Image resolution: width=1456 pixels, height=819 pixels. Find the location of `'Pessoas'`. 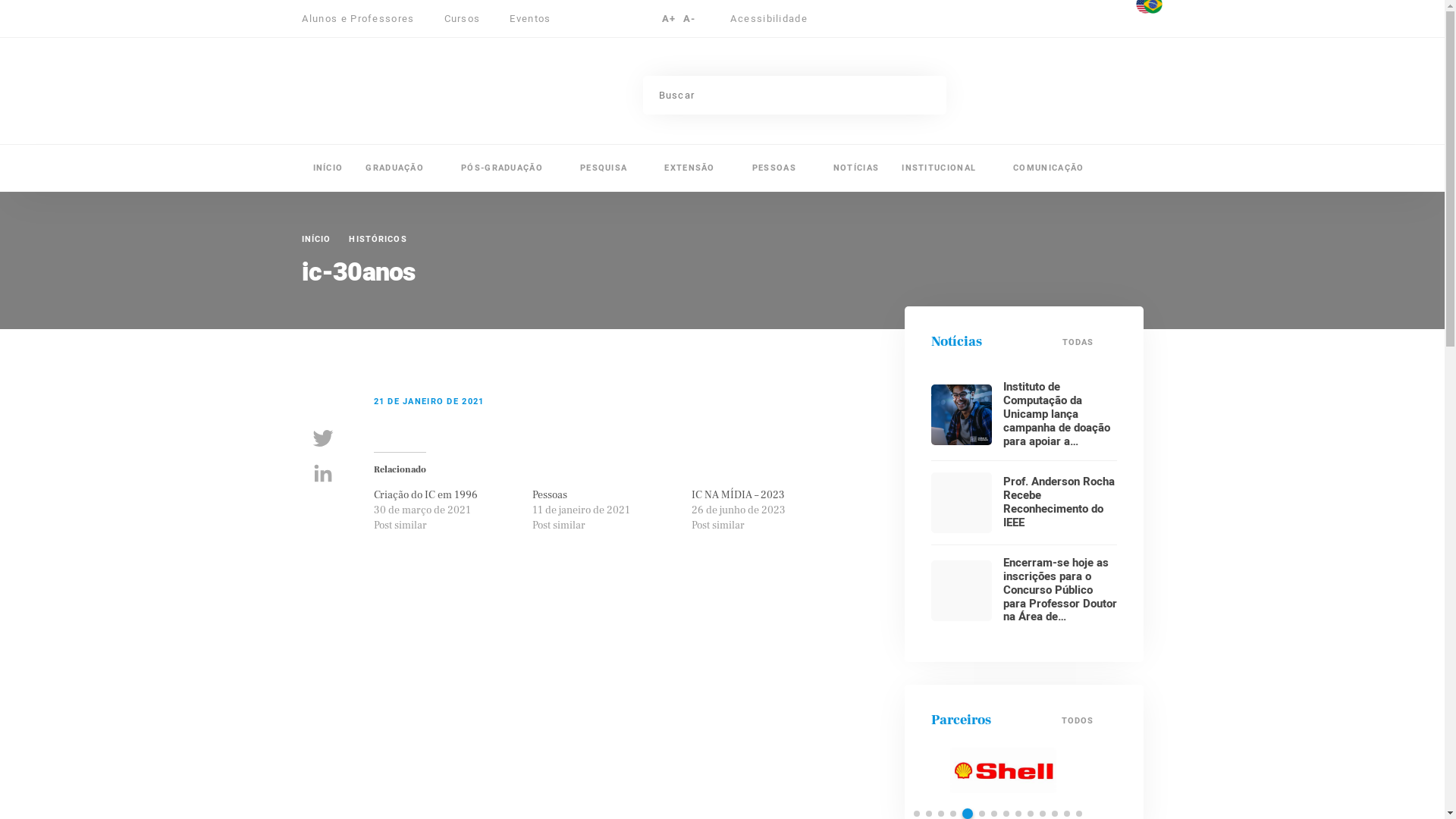

'Pessoas' is located at coordinates (548, 494).